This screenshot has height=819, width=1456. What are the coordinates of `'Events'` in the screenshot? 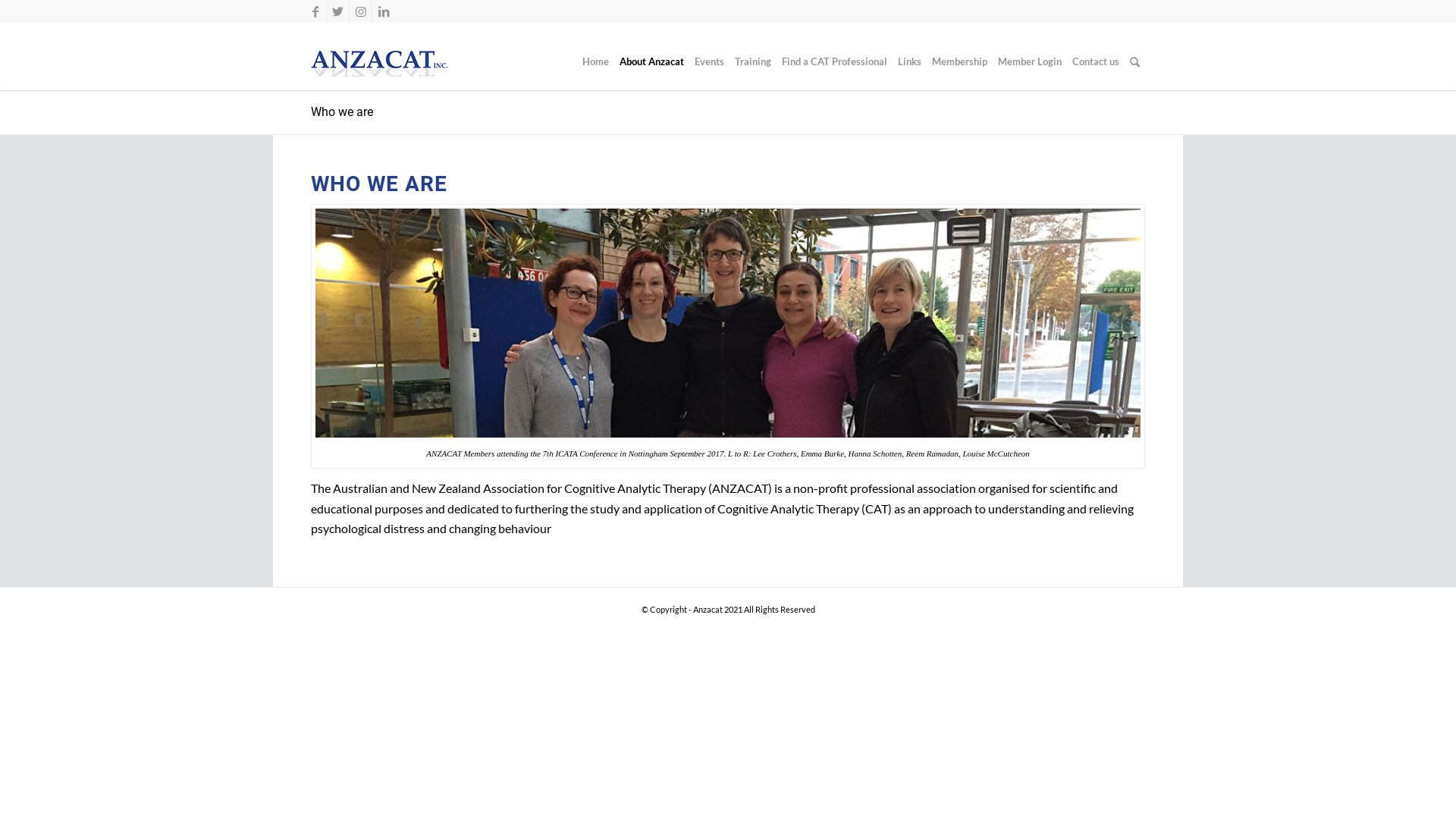 It's located at (708, 61).